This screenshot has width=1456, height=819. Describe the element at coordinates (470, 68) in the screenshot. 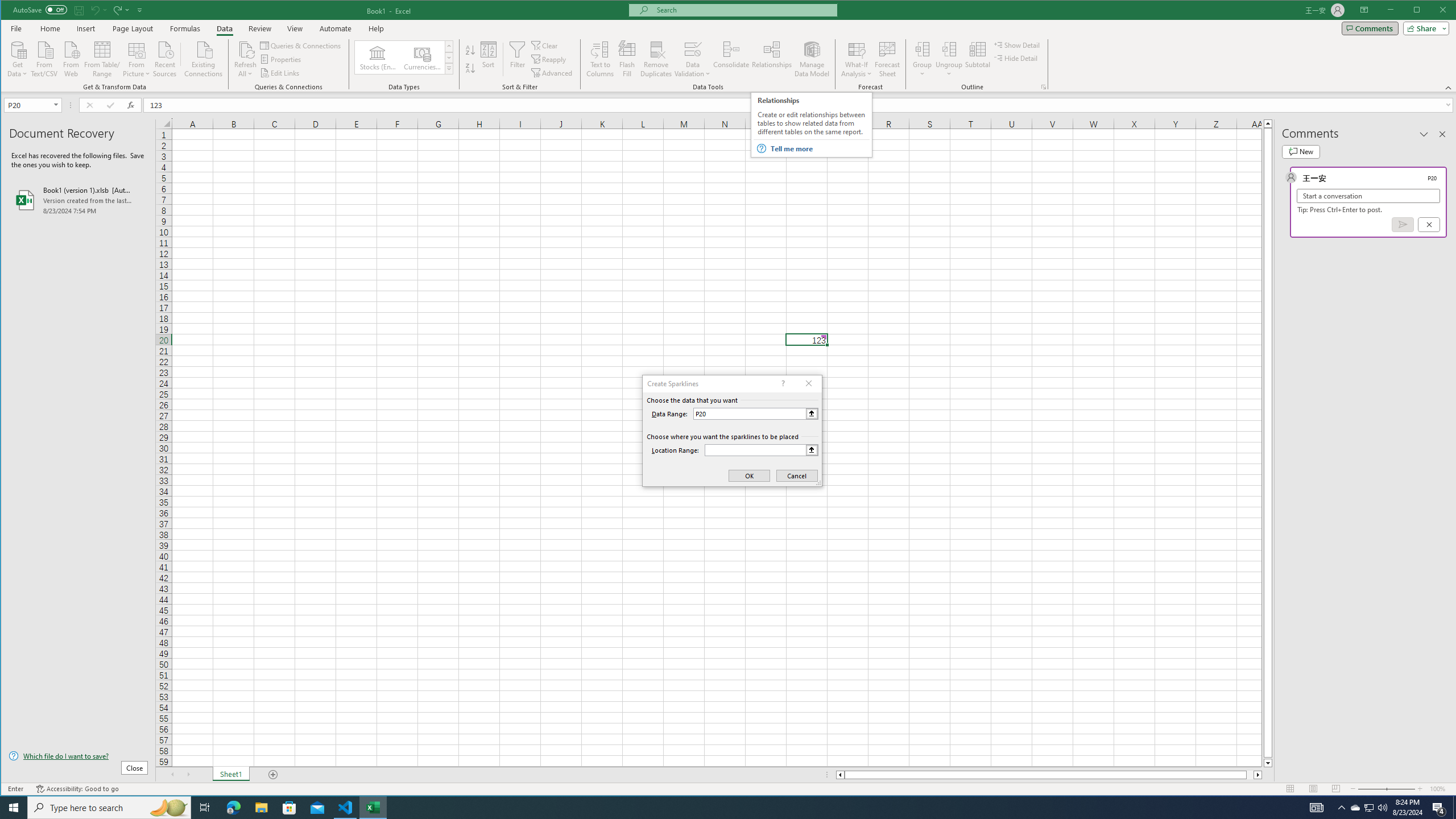

I see `'Sort Largest to Smallest'` at that location.